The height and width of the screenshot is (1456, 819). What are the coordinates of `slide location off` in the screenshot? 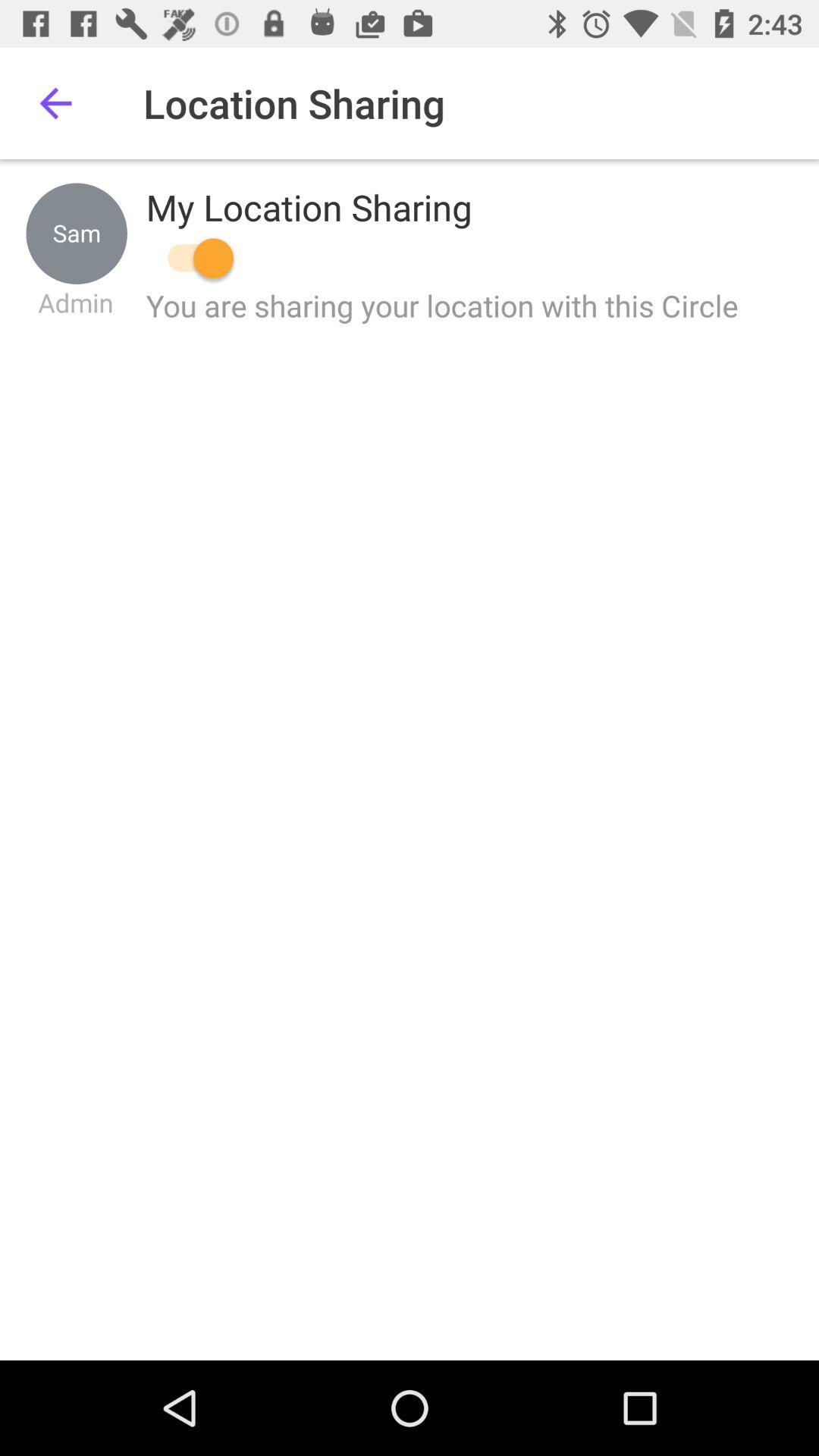 It's located at (192, 258).